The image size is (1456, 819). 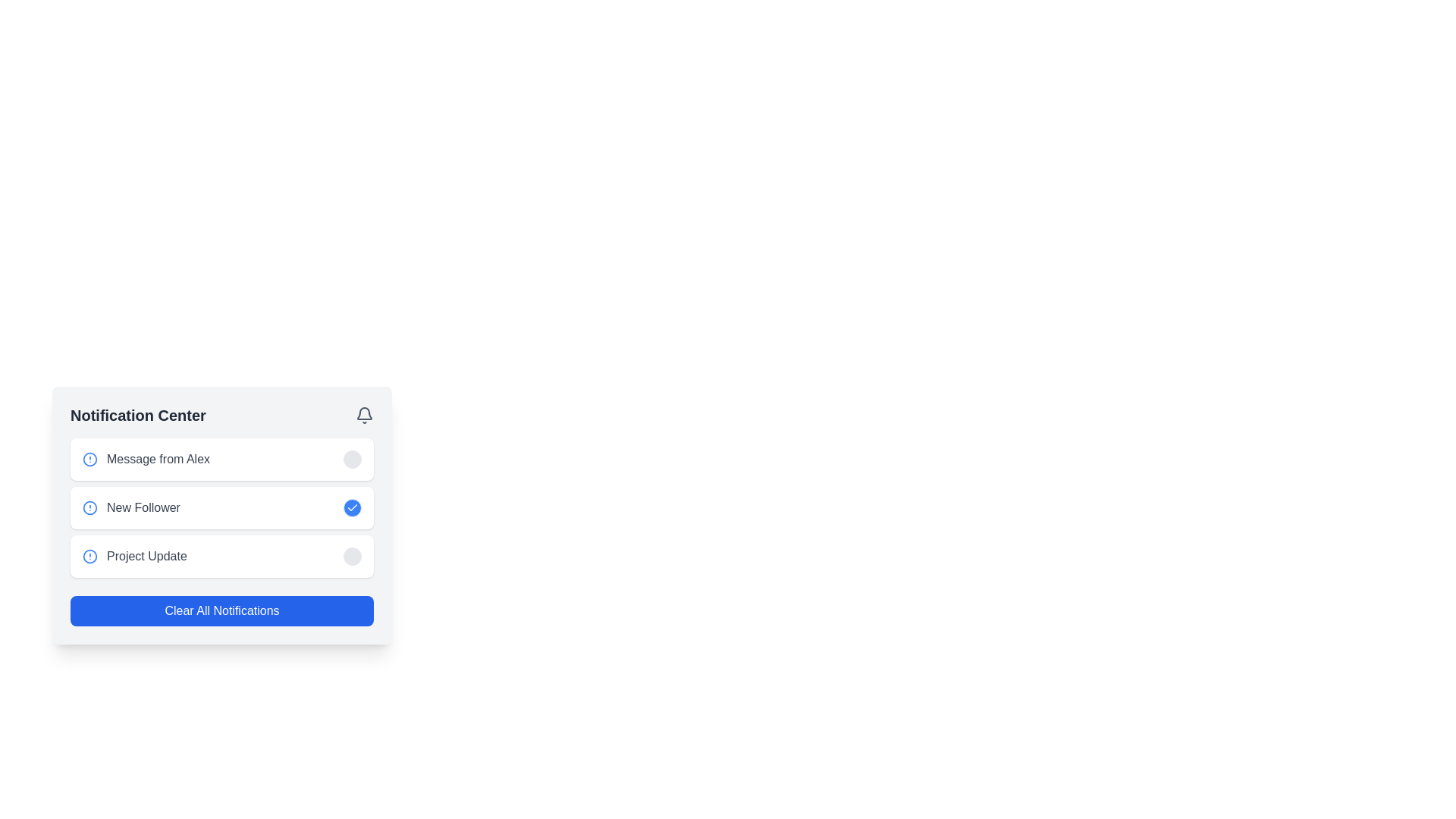 What do you see at coordinates (146, 556) in the screenshot?
I see `text label styled in gray that reads 'Project Update', which is the third notification item in the Notification Center` at bounding box center [146, 556].